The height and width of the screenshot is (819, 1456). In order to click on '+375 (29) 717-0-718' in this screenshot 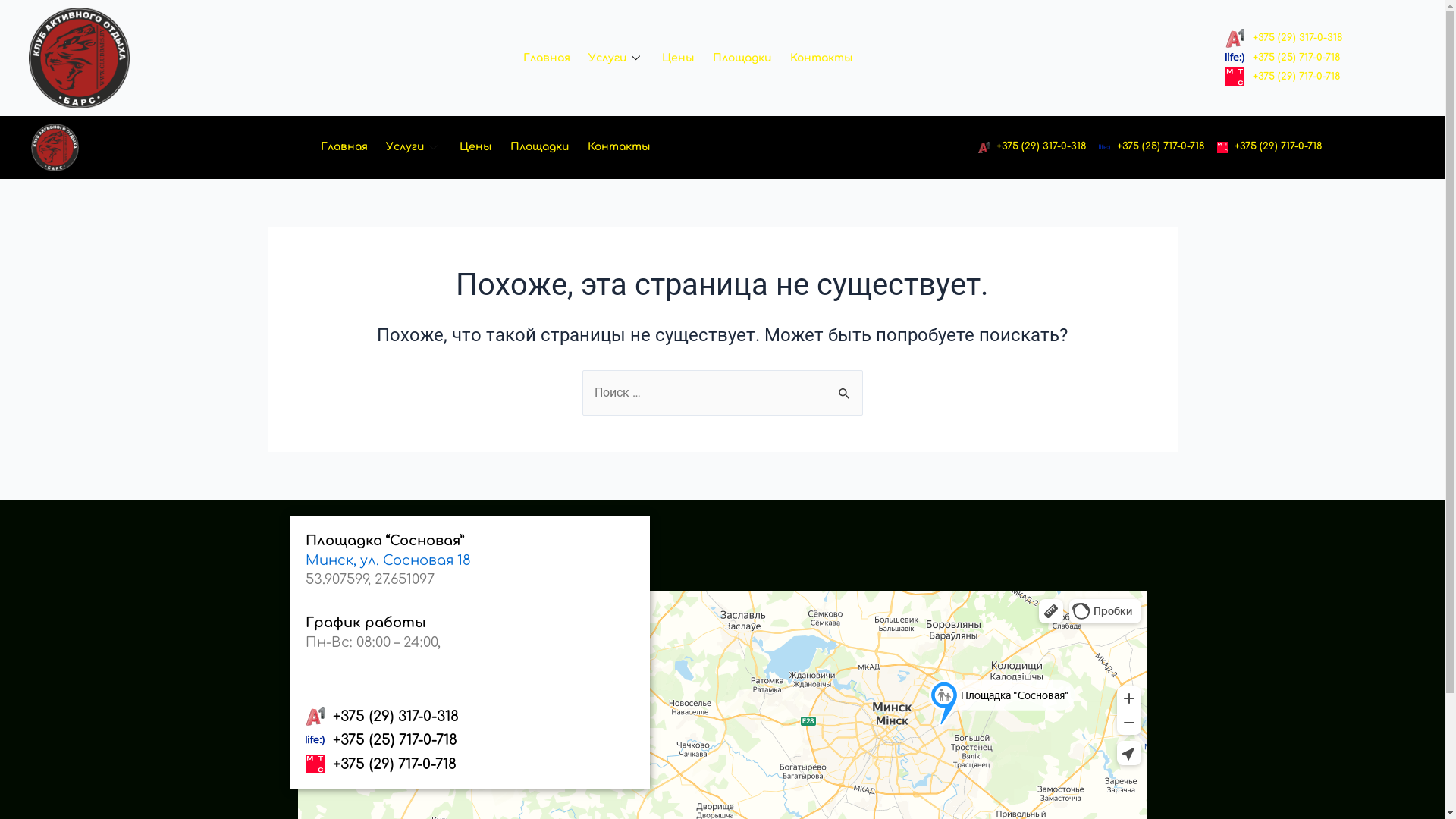, I will do `click(1282, 77)`.